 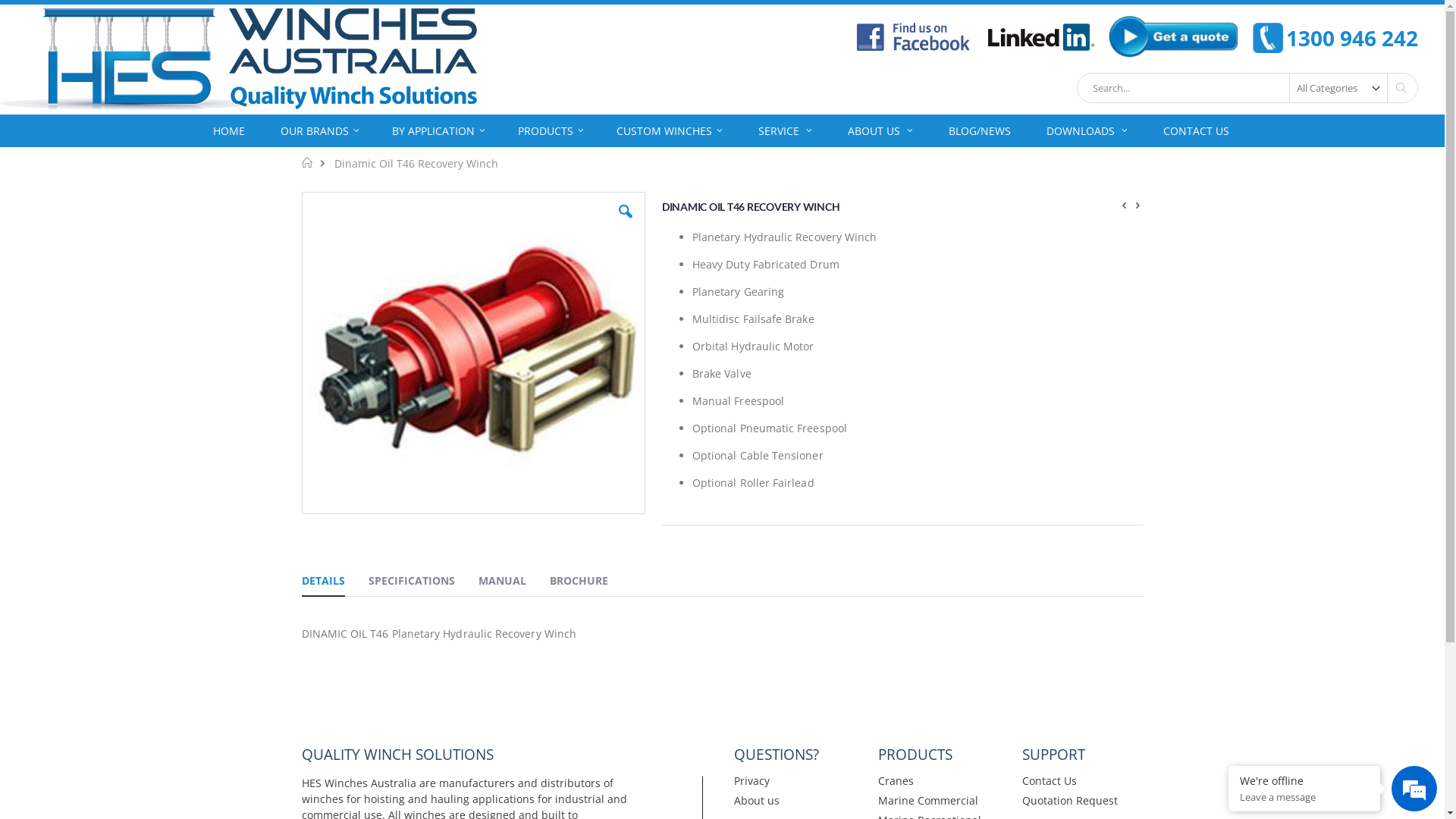 I want to click on 'Skip to the end of the images gallery', so click(x=300, y=190).